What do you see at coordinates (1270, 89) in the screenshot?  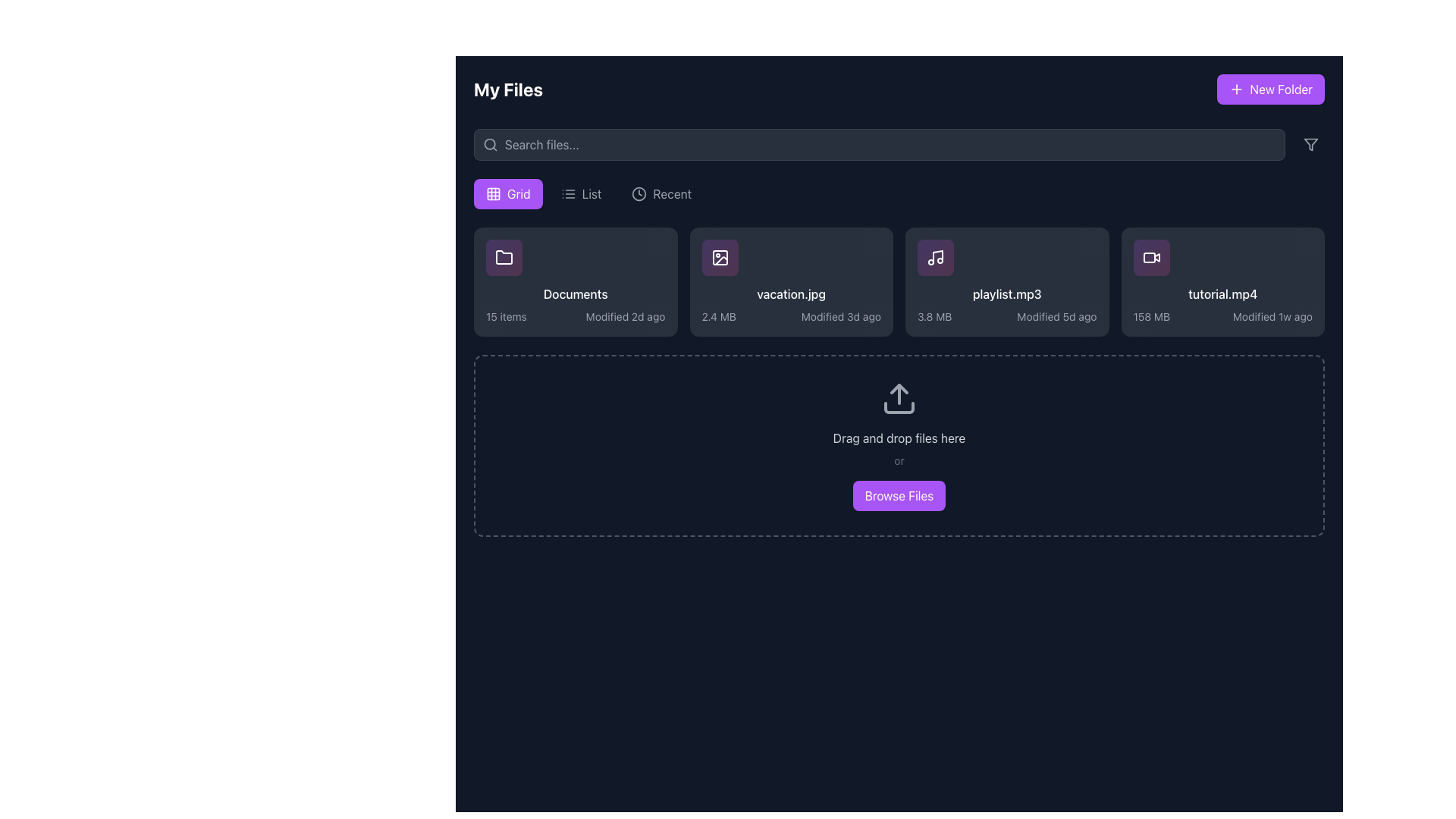 I see `the new folder button located in the top-right corner of the application interface, adjacent to the 'My Files' label` at bounding box center [1270, 89].